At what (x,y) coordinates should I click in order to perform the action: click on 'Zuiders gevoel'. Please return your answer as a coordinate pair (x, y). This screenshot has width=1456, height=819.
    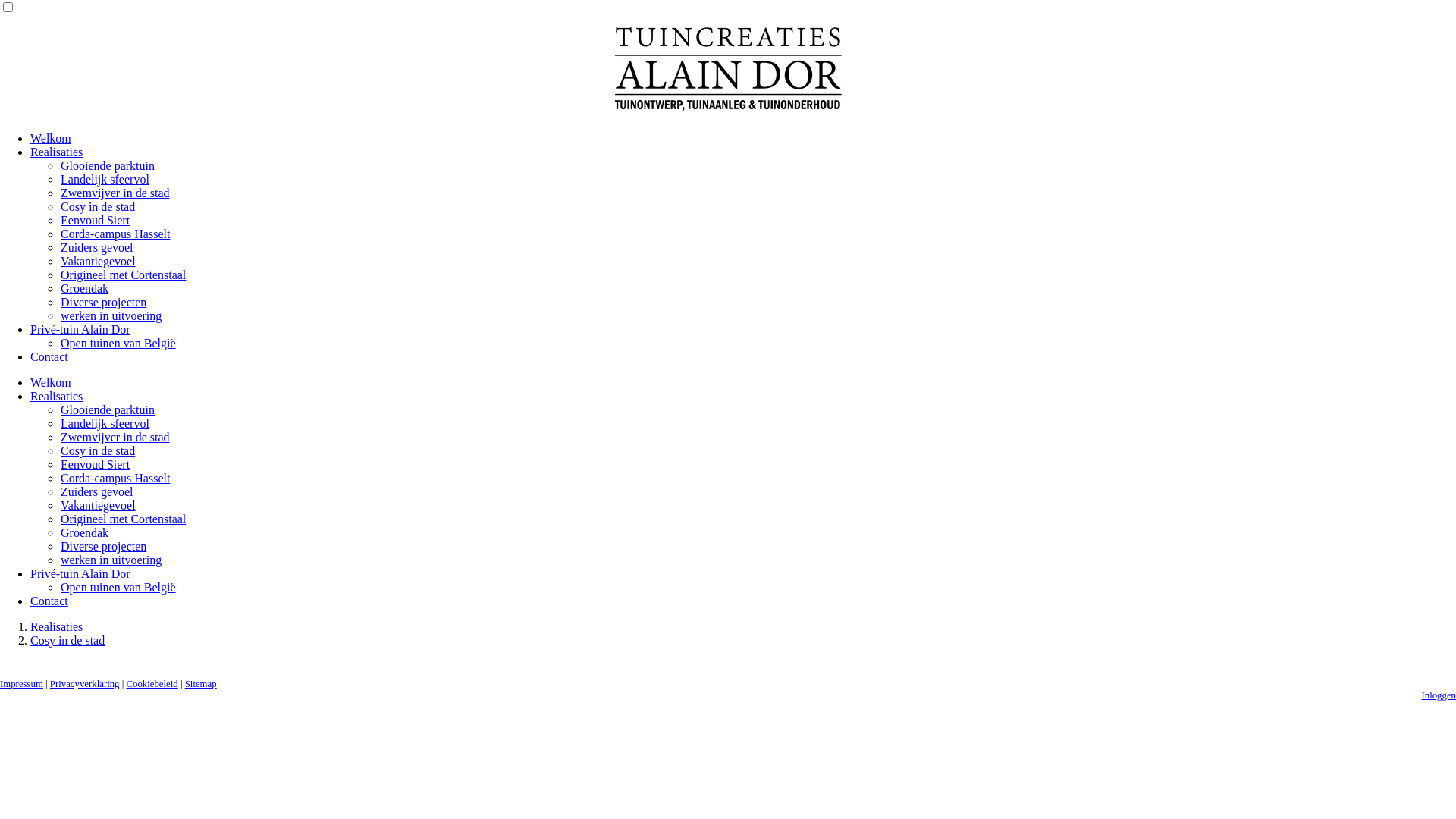
    Looking at the image, I should click on (96, 491).